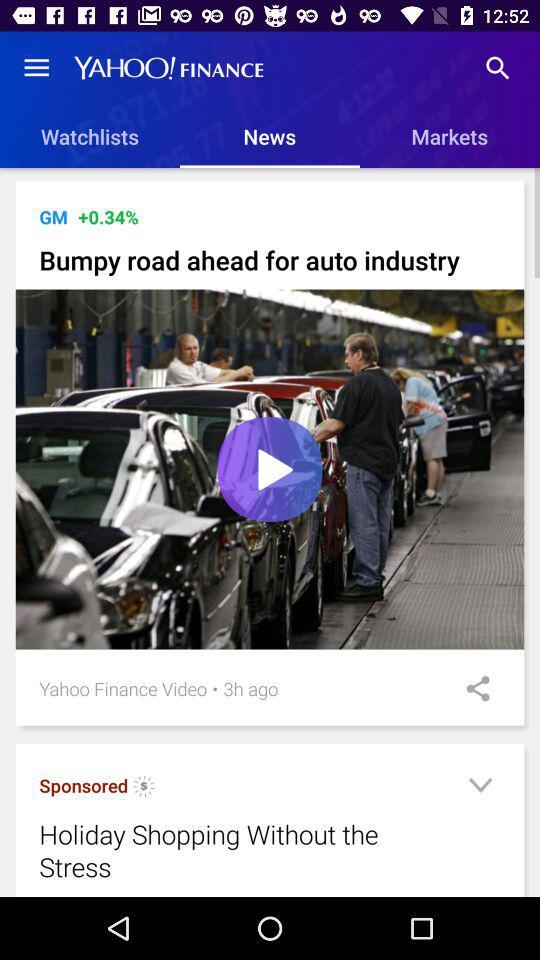 This screenshot has height=960, width=540. What do you see at coordinates (82, 785) in the screenshot?
I see `the sponsored item` at bounding box center [82, 785].